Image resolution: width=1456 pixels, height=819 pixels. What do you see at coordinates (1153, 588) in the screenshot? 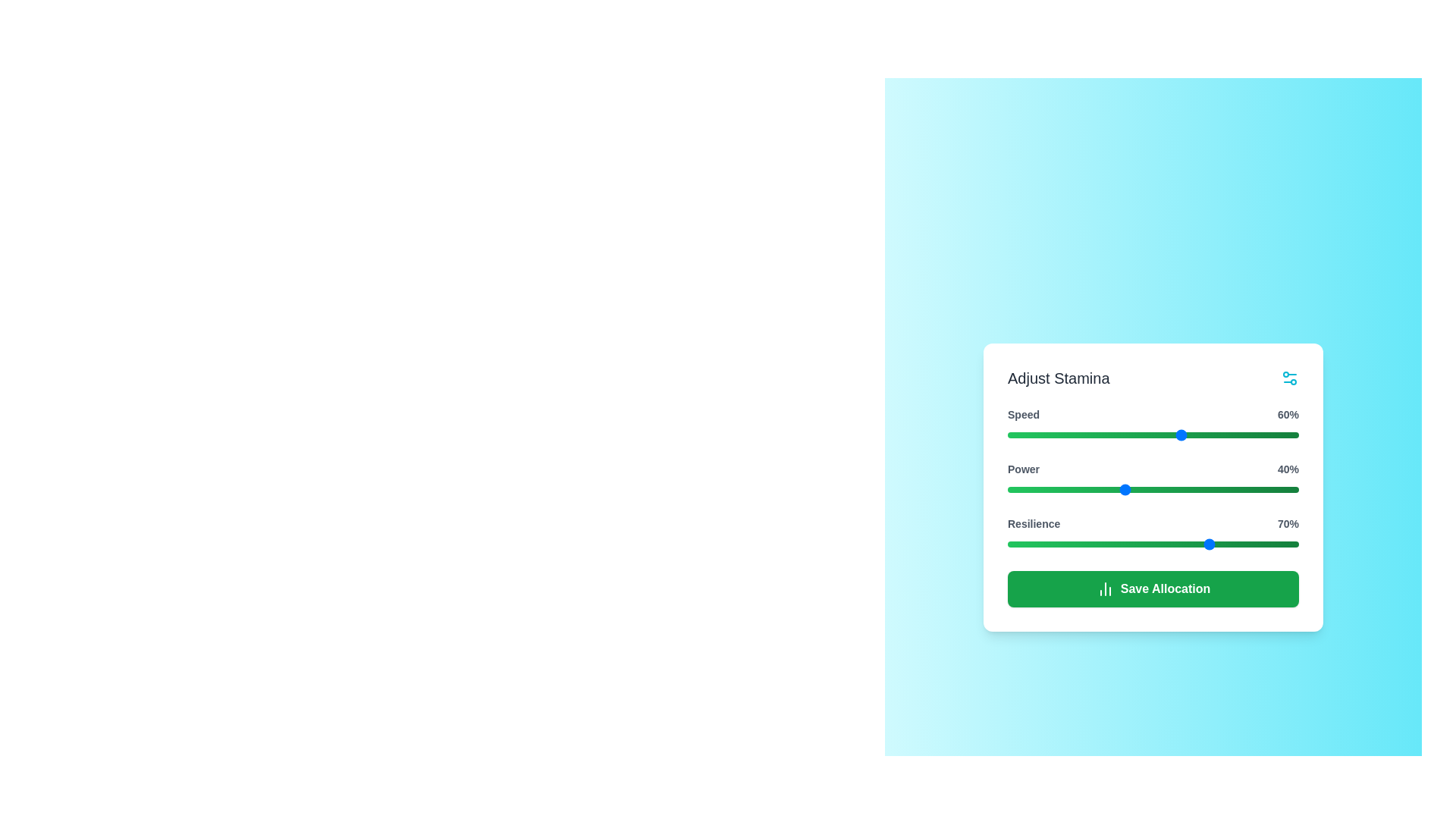
I see `'Save Allocation' button to save the current stamina allocation` at bounding box center [1153, 588].